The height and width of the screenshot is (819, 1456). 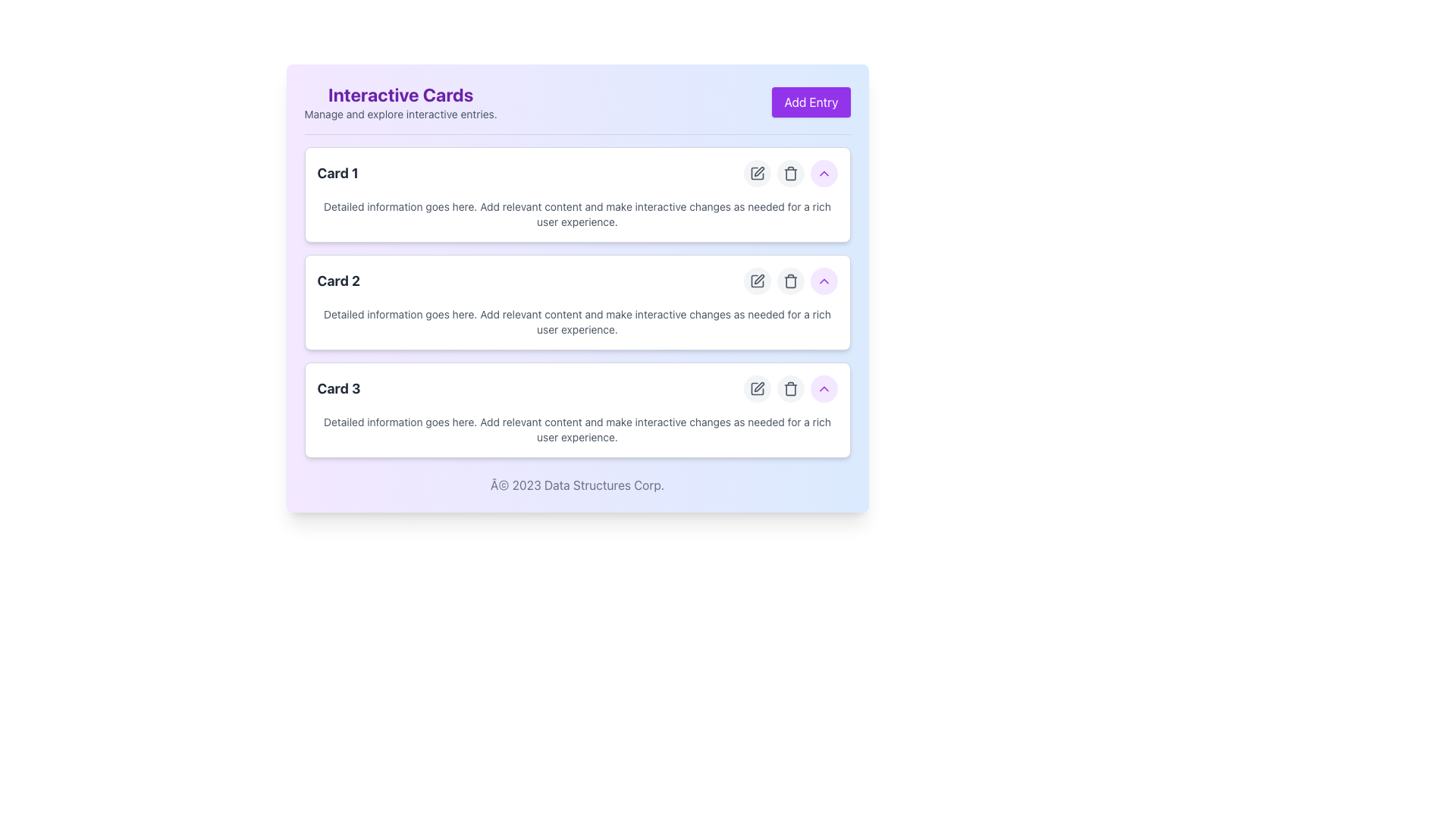 What do you see at coordinates (576, 214) in the screenshot?
I see `the text component that reads 'Detailed information goes here. Add relevant content and make interactive changes as needed for a rich user experience.' located in the first card ('Card 1') of the grouped list of cards` at bounding box center [576, 214].